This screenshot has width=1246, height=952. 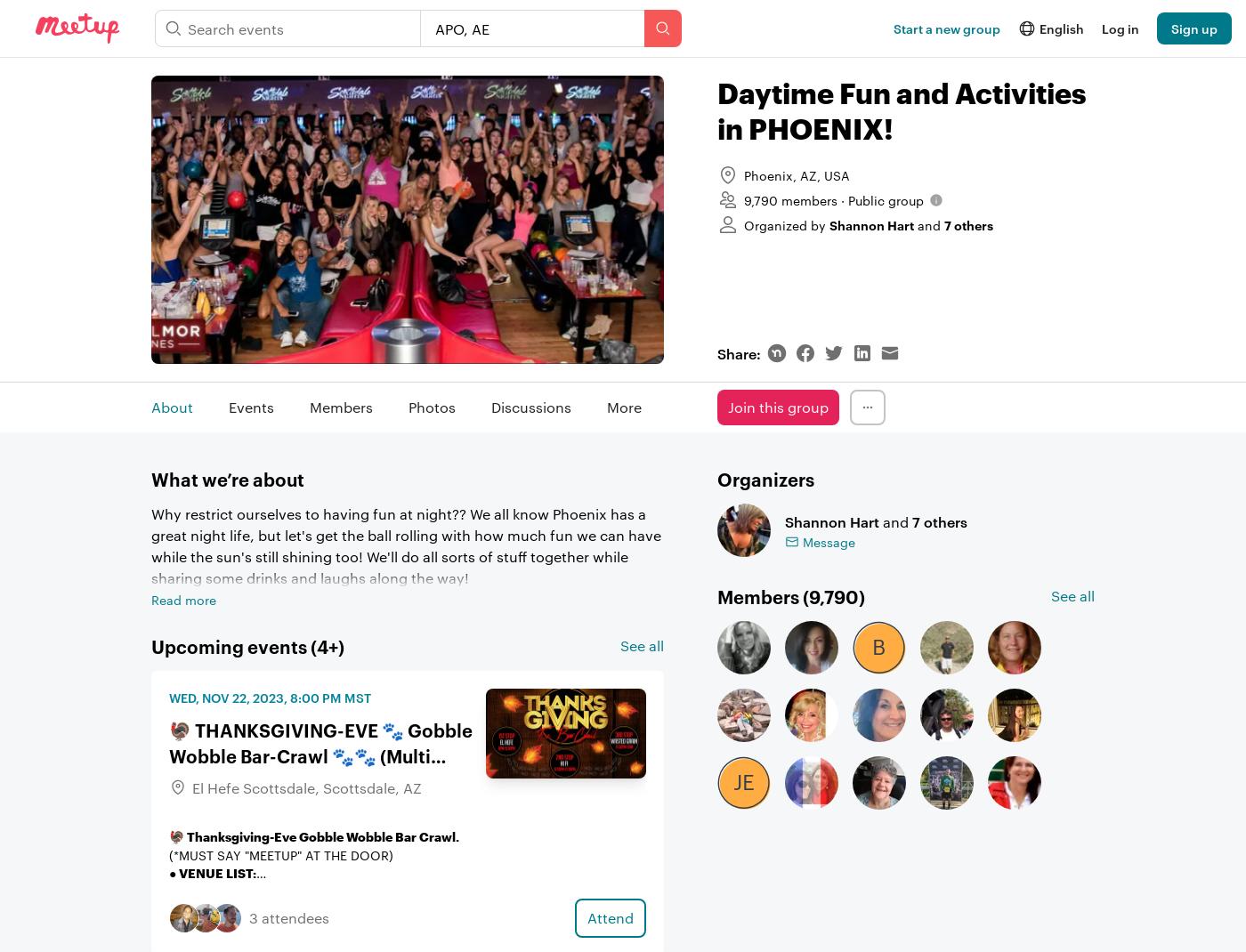 I want to click on 'More', so click(x=623, y=407).